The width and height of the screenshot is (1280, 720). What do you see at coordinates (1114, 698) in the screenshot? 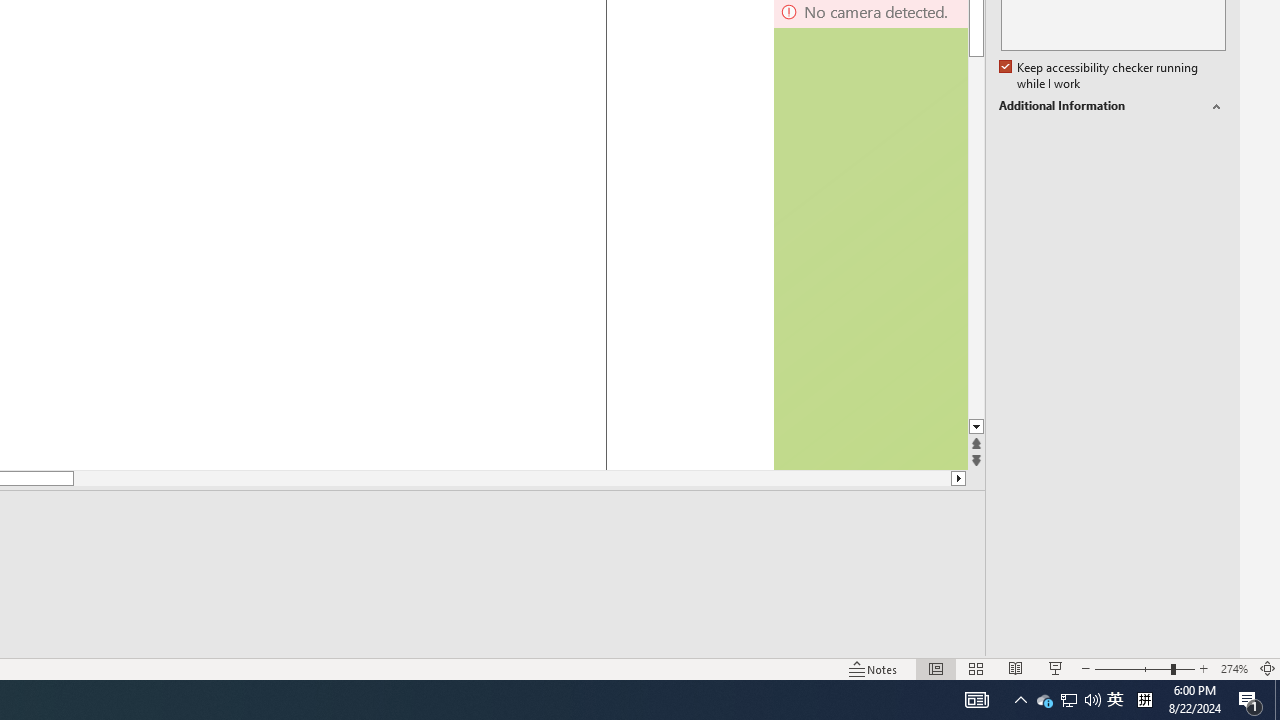
I see `'IME Mode Icon - IME is disabled'` at bounding box center [1114, 698].